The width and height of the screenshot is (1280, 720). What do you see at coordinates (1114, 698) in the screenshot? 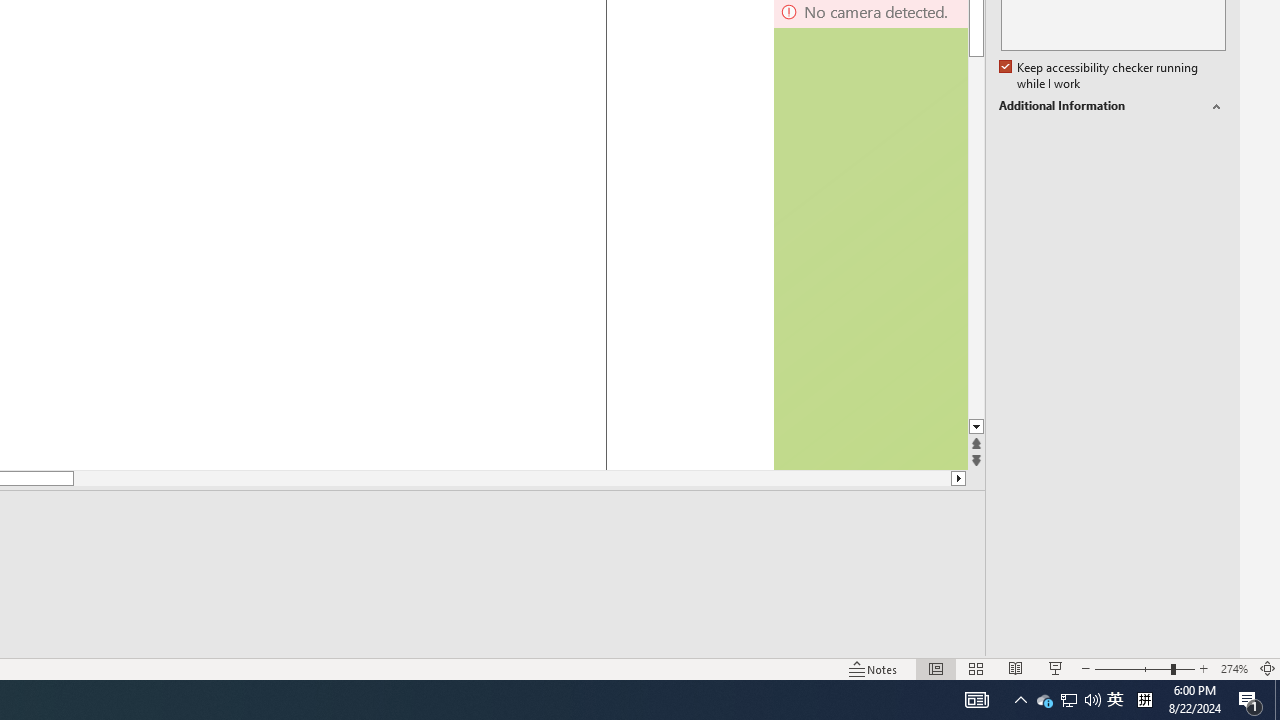
I see `'IME Mode Icon - IME is disabled'` at bounding box center [1114, 698].